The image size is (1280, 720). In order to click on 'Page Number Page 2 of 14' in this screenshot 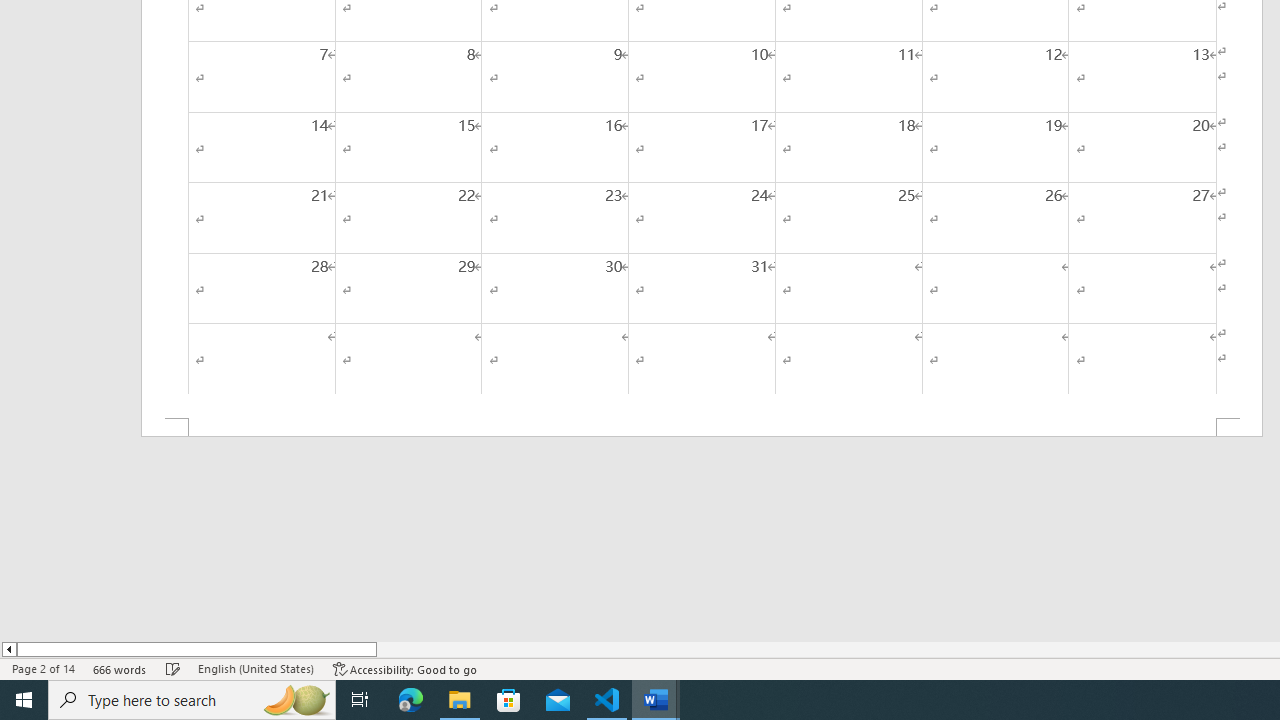, I will do `click(43, 669)`.